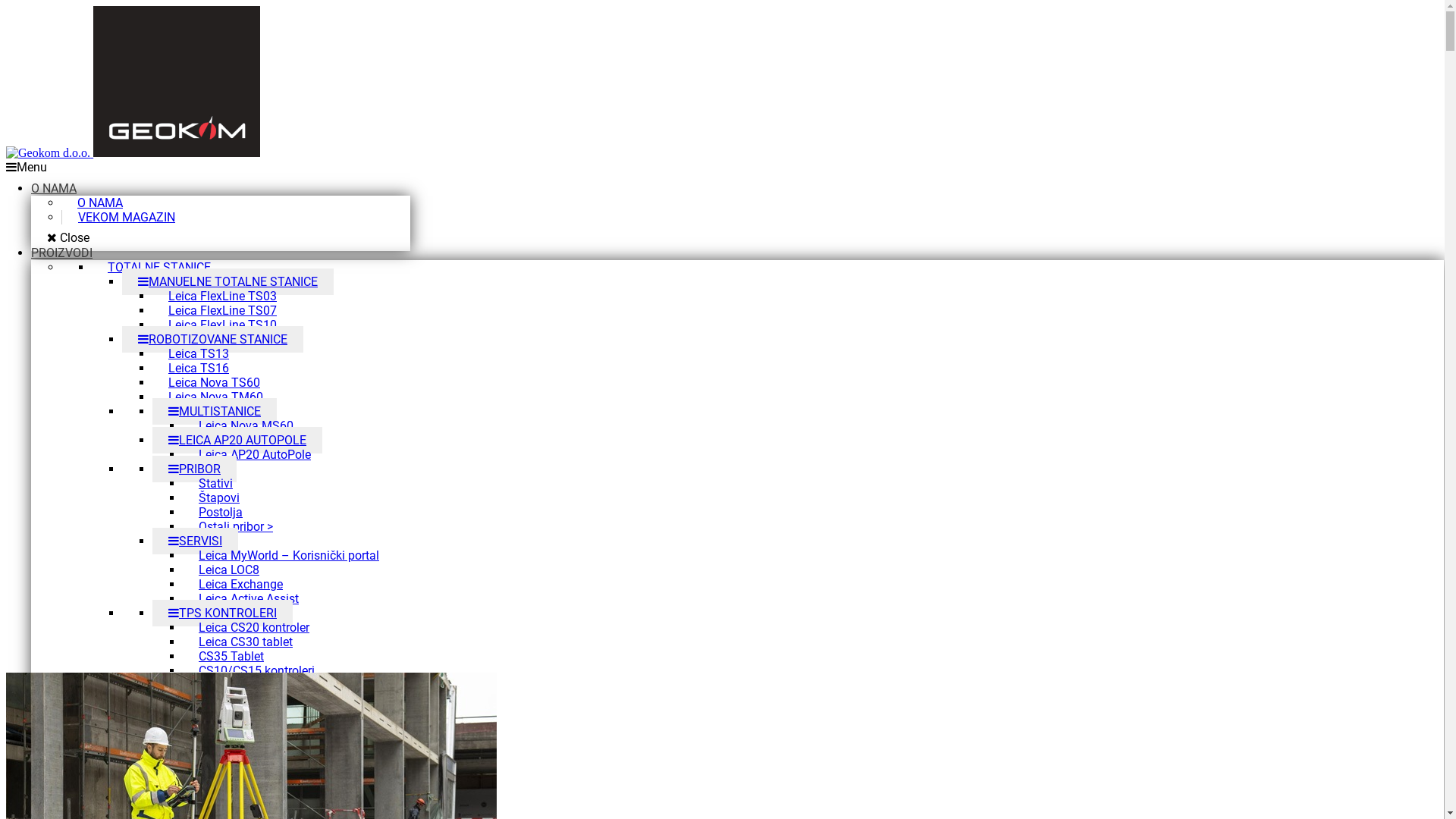 The height and width of the screenshot is (819, 1456). I want to click on 'Leica FlexLine TS10', so click(221, 324).